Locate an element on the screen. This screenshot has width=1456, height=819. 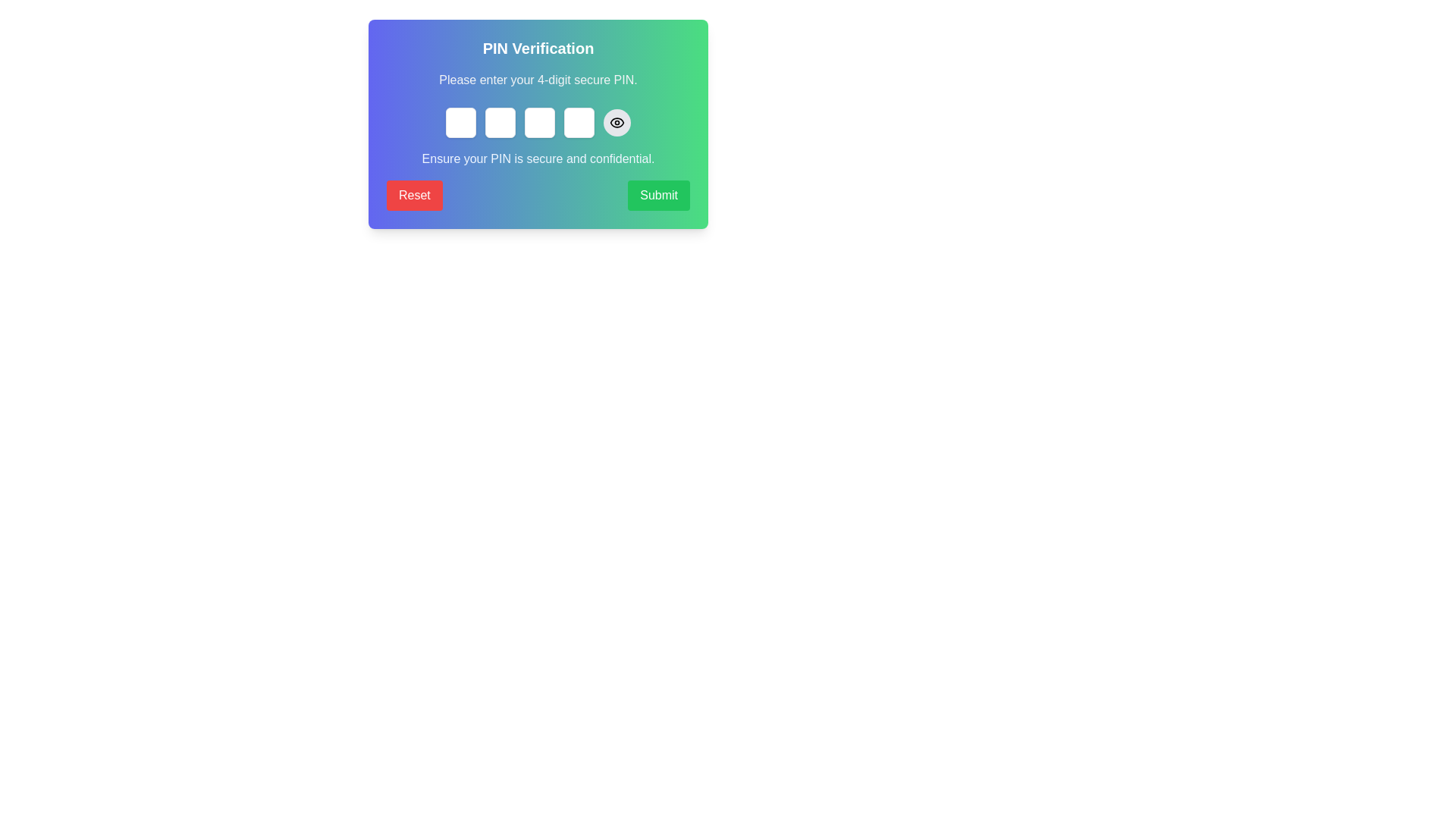
the text label displaying 'Please enter your 4-digit secure PIN.' which is centrally aligned and located below the 'PIN Verification' text is located at coordinates (538, 80).